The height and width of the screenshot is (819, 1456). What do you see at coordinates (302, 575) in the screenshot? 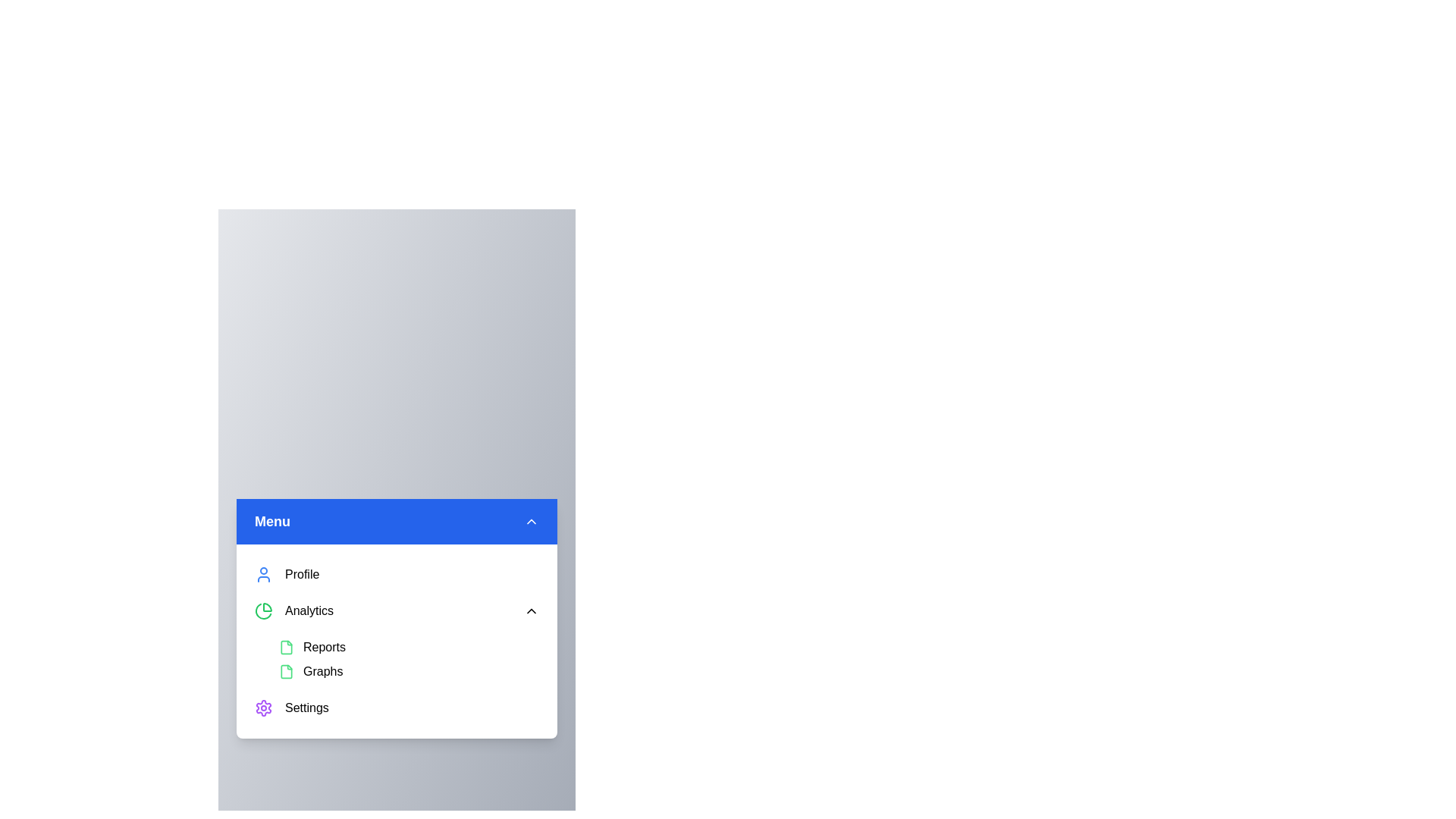
I see `the 'Profile' text label in the vertical navigation menu, which is aligned with a blue user icon and is the first item under the 'Menu' header` at bounding box center [302, 575].